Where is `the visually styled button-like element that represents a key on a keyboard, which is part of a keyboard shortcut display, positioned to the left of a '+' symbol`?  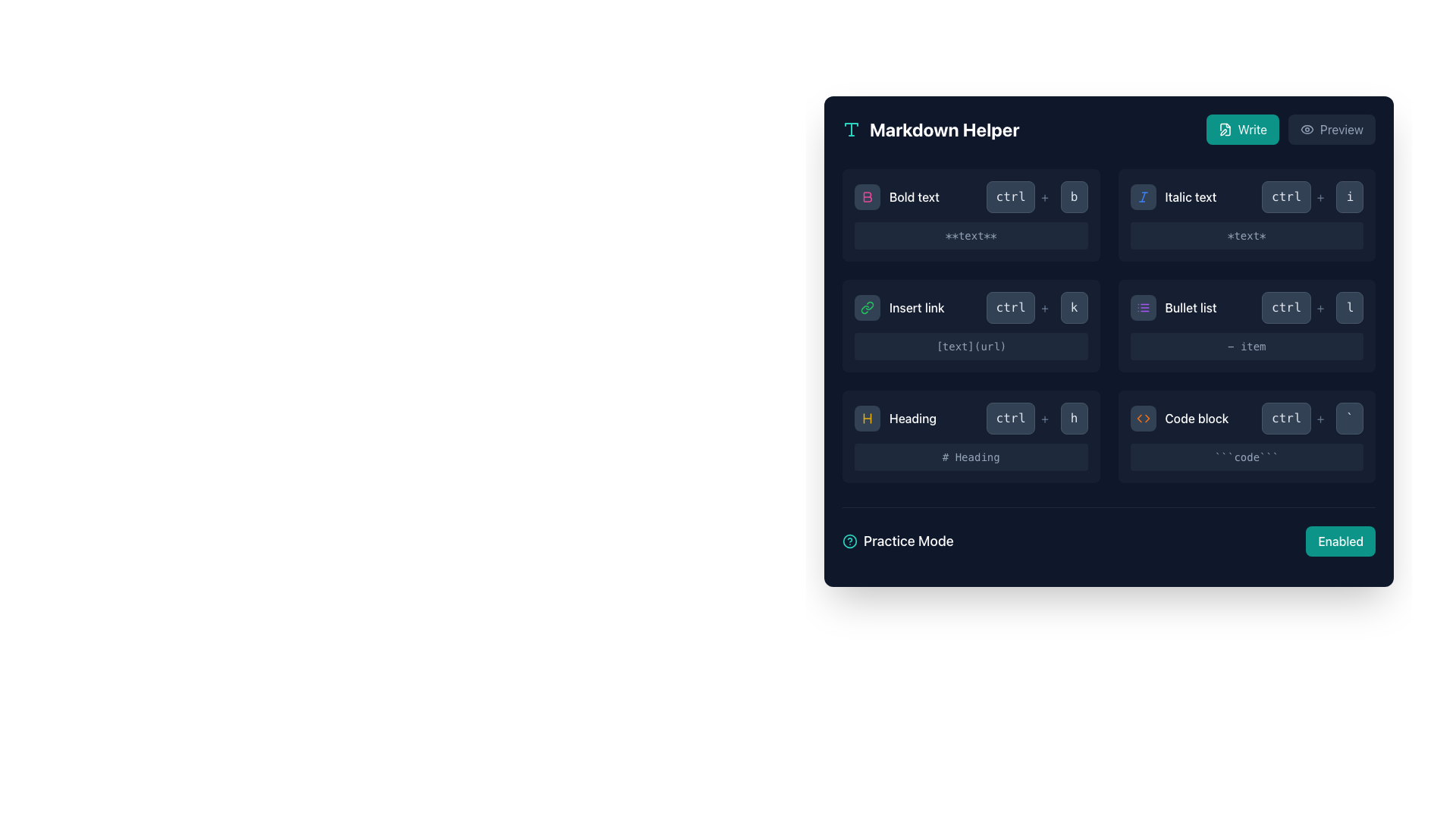
the visually styled button-like element that represents a key on a keyboard, which is part of a keyboard shortcut display, positioned to the left of a '+' symbol is located at coordinates (1285, 196).